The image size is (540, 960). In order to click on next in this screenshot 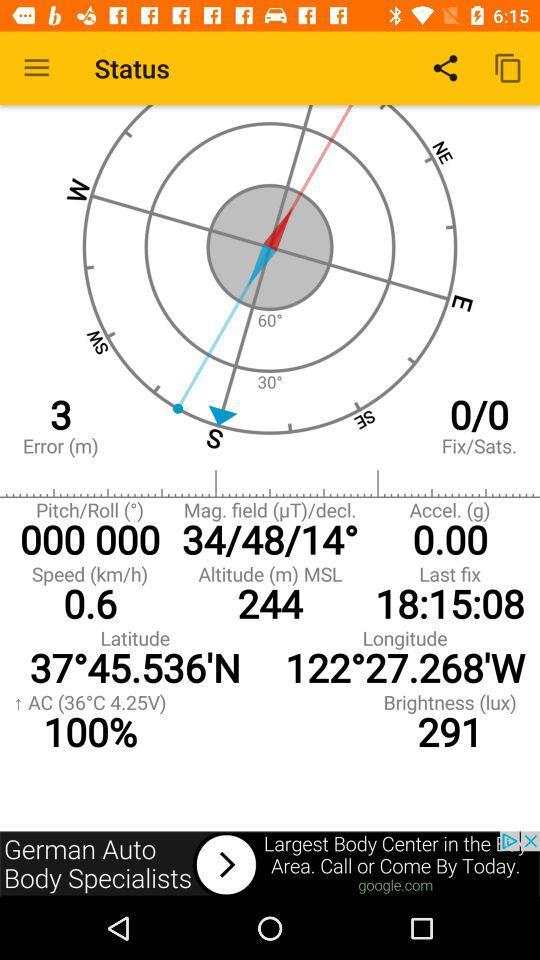, I will do `click(270, 863)`.